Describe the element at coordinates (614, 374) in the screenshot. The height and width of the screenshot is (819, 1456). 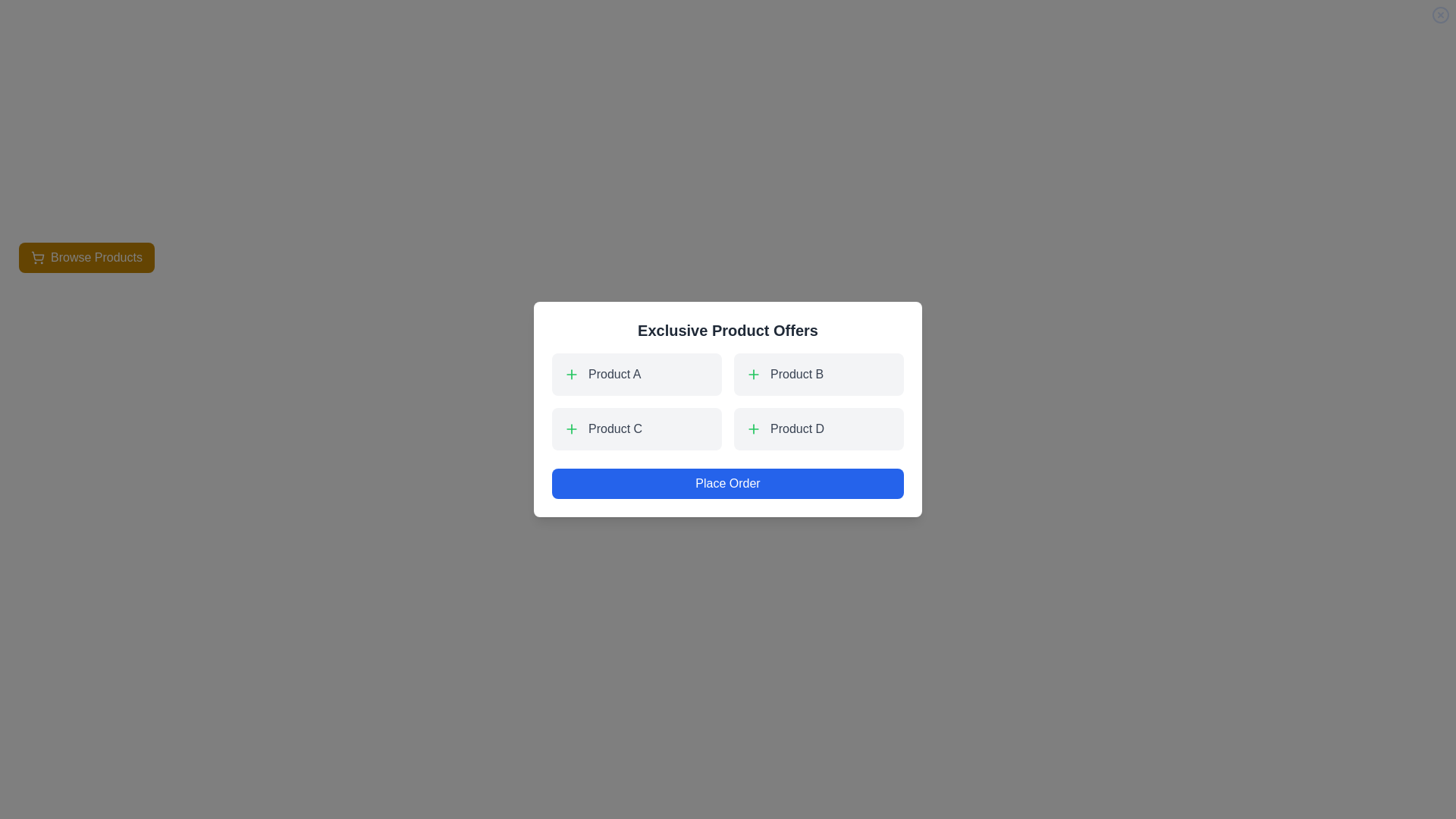
I see `the text label representing 'Product A' in the product grid layout, which is located in the top-left section of the popup interface` at that location.